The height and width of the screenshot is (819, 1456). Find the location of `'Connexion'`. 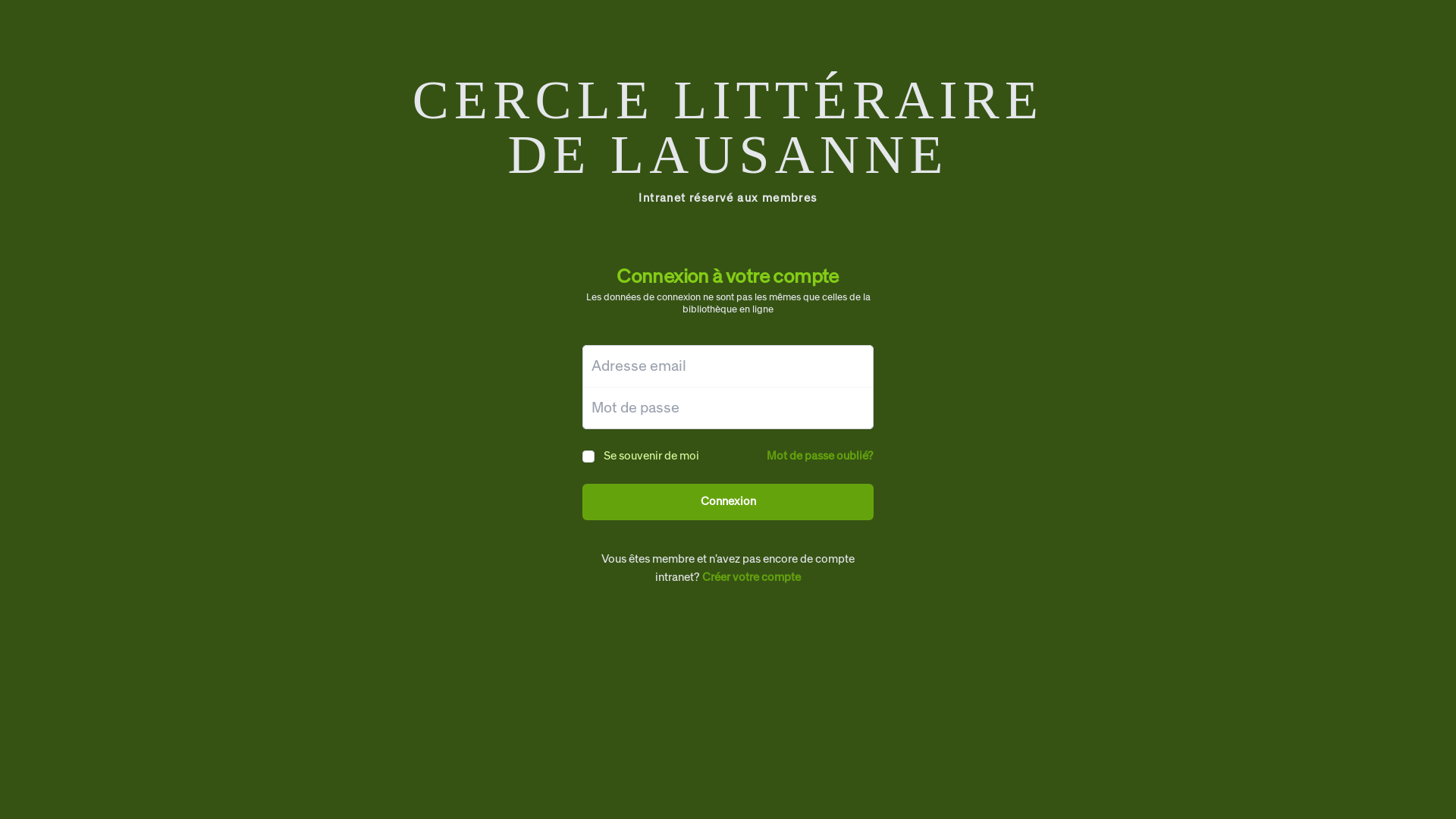

'Connexion' is located at coordinates (728, 502).